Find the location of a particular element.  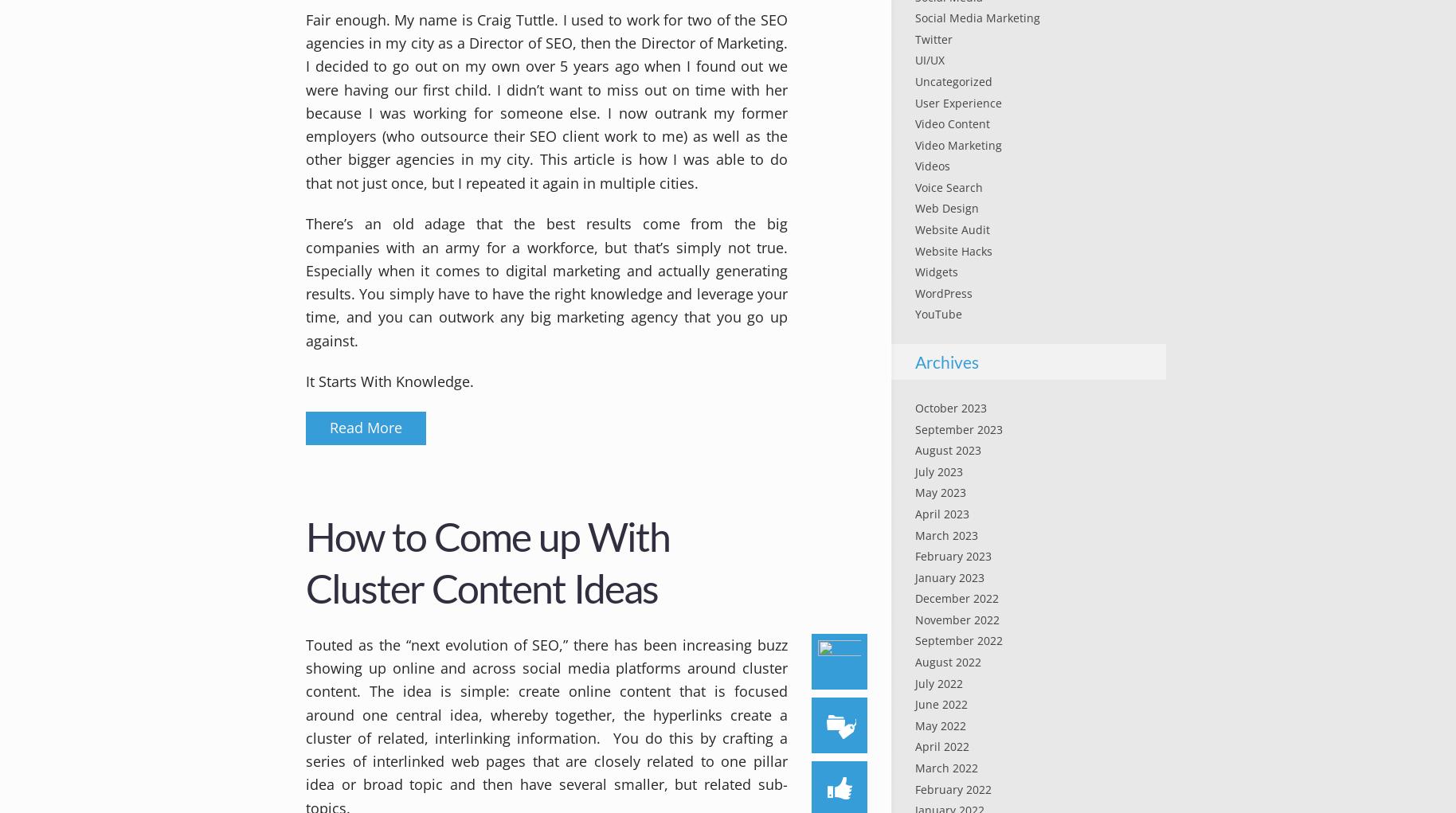

'March 2022' is located at coordinates (945, 766).